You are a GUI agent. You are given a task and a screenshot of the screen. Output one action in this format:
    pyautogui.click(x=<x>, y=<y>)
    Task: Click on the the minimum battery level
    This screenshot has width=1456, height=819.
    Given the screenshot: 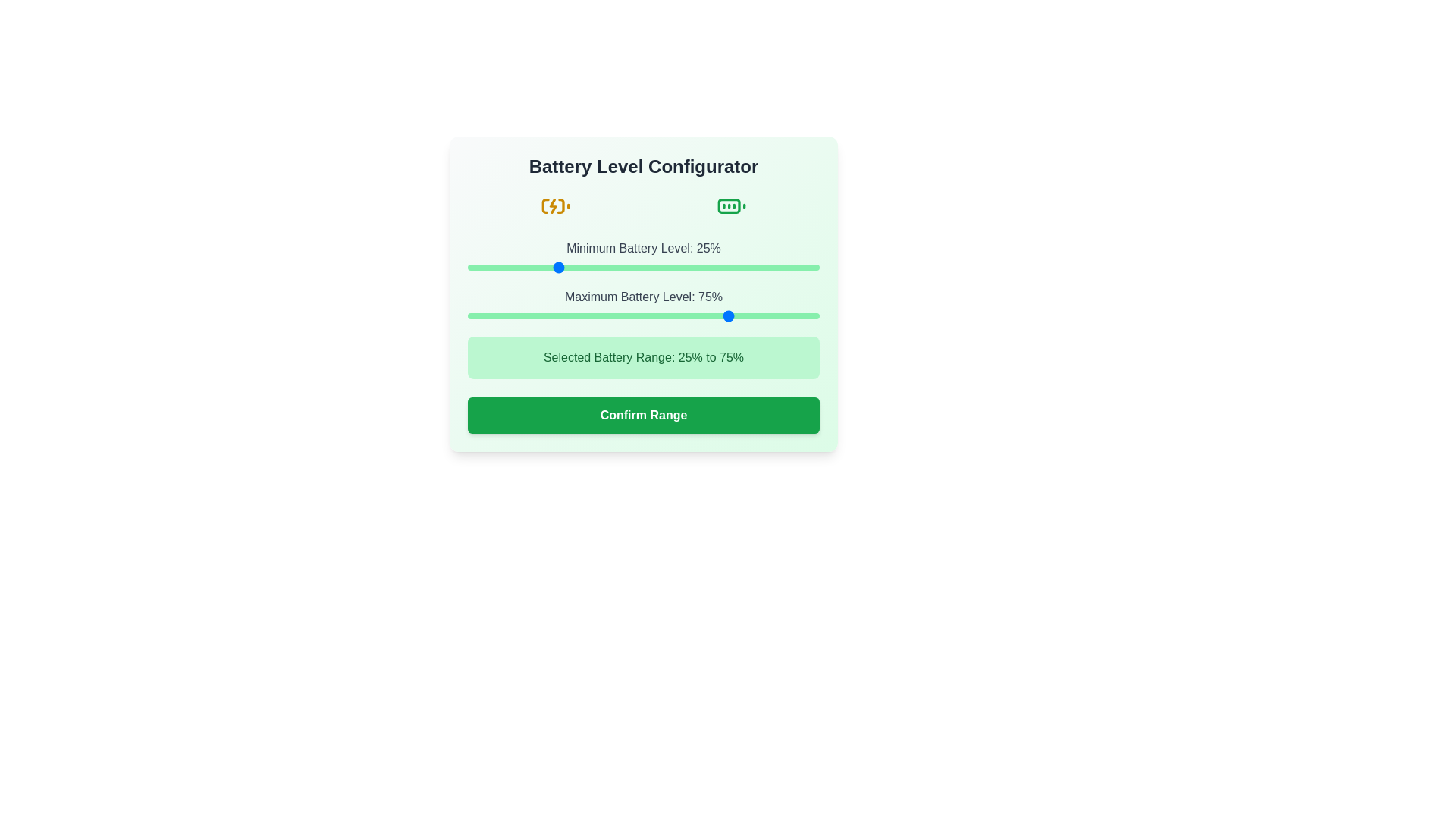 What is the action you would take?
    pyautogui.click(x=527, y=267)
    